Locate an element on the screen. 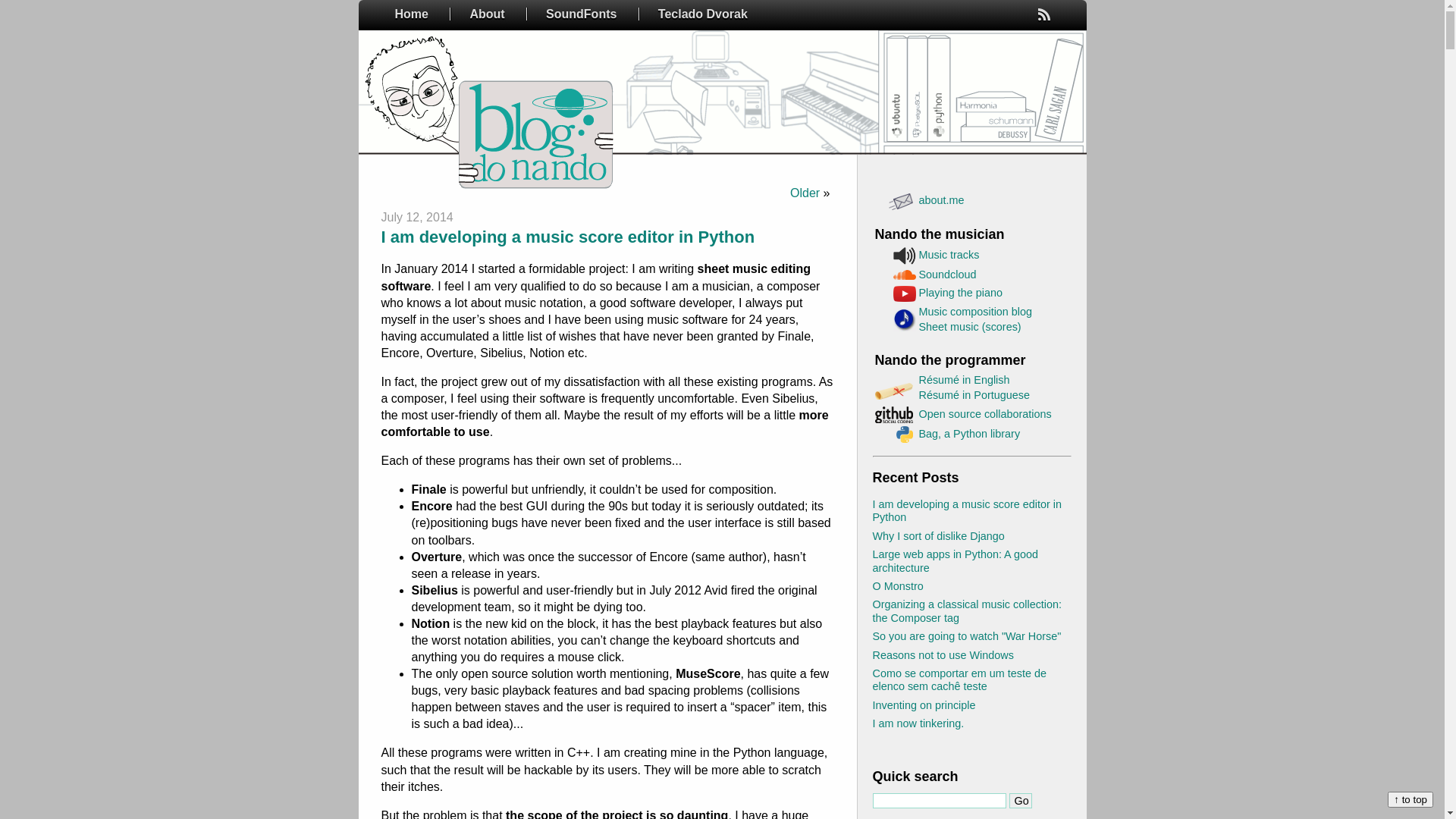 This screenshot has height=819, width=1456. 'So you are going to watch "War Horse"' is located at coordinates (965, 636).